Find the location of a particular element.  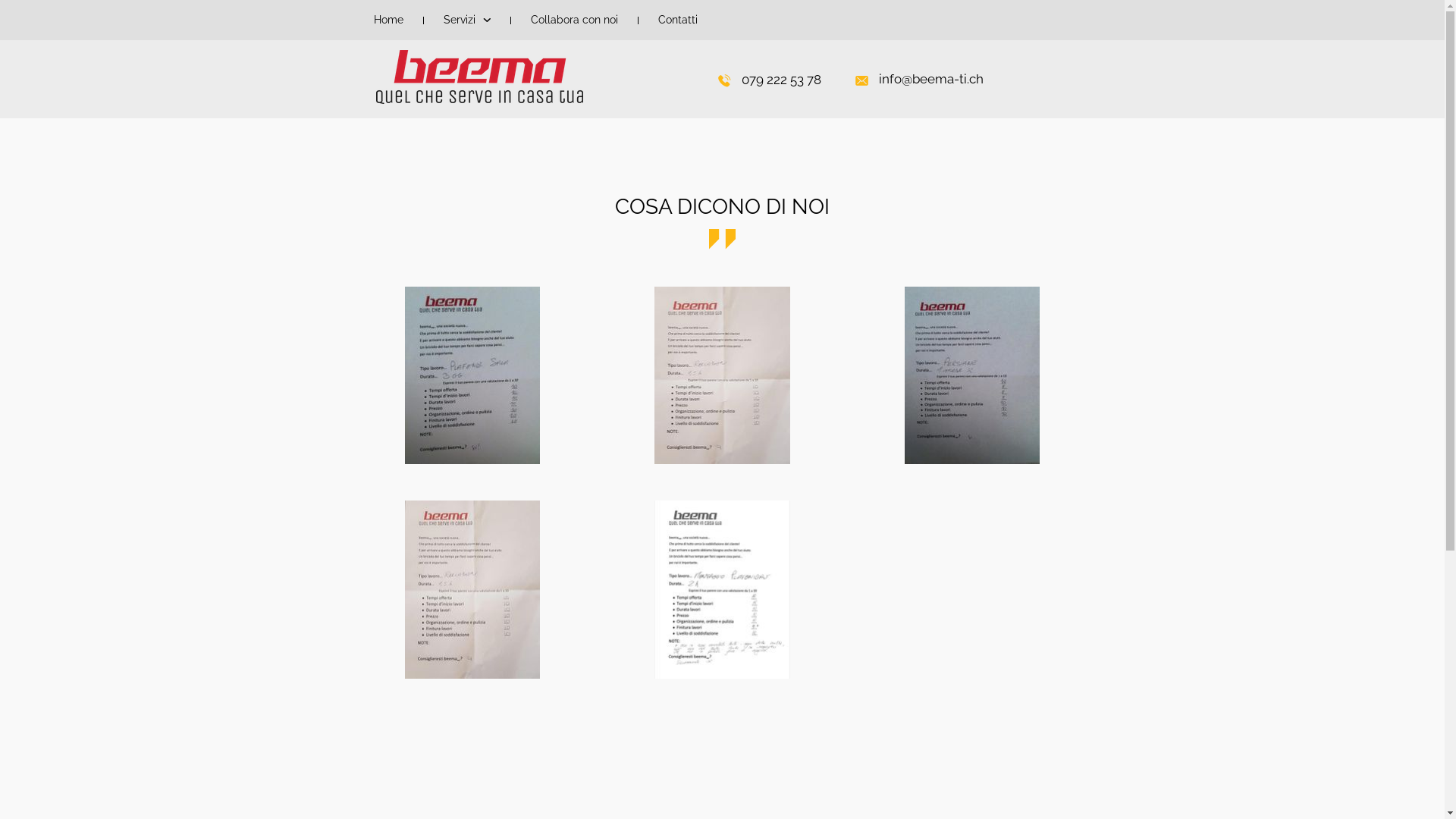

'Home' is located at coordinates (365, 20).